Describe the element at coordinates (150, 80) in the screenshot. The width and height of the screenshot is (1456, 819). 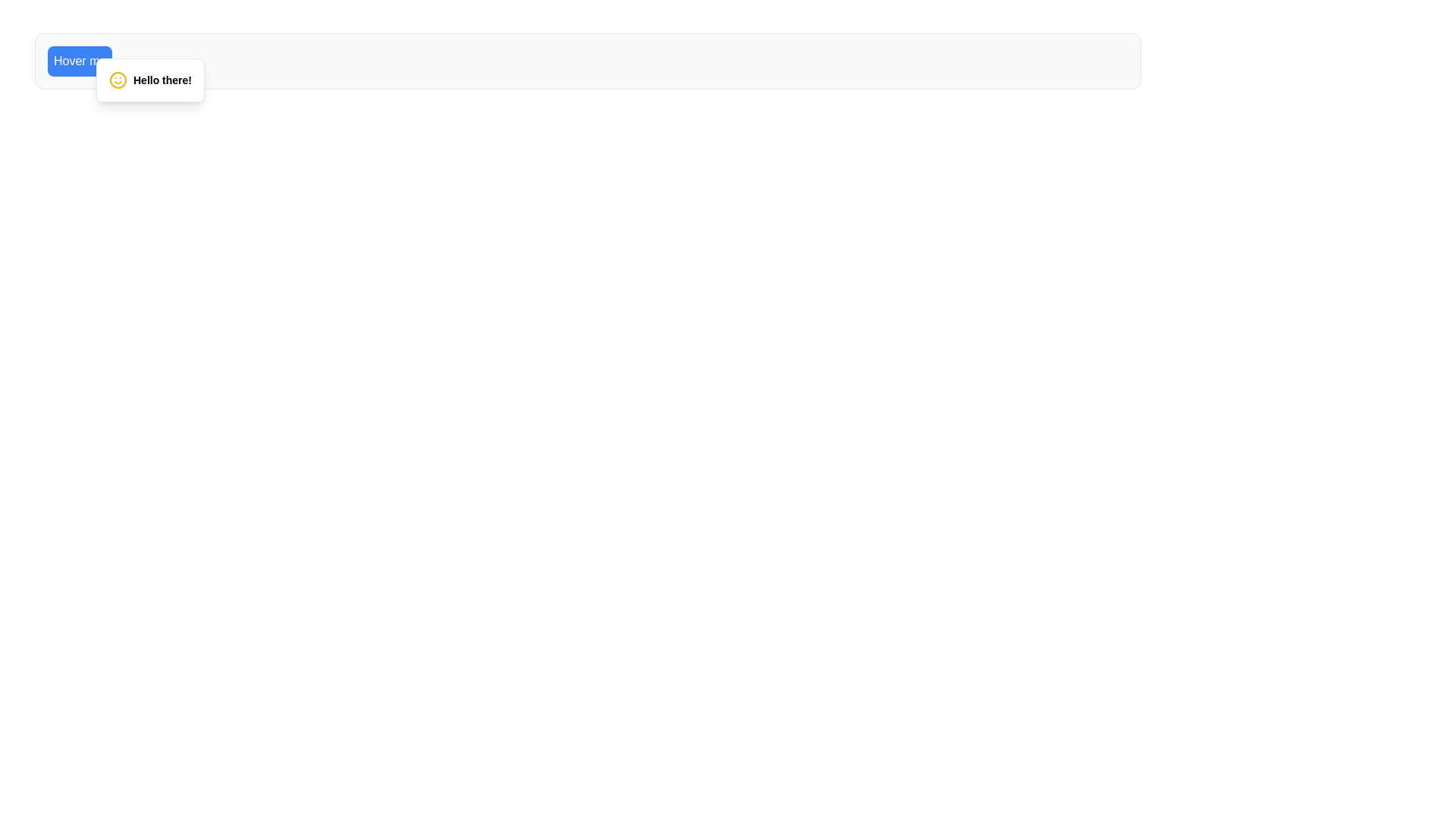
I see `the tooltip or popup that appears to the right of the 'Hover me' button, slightly lower but aligned horizontally with it` at that location.